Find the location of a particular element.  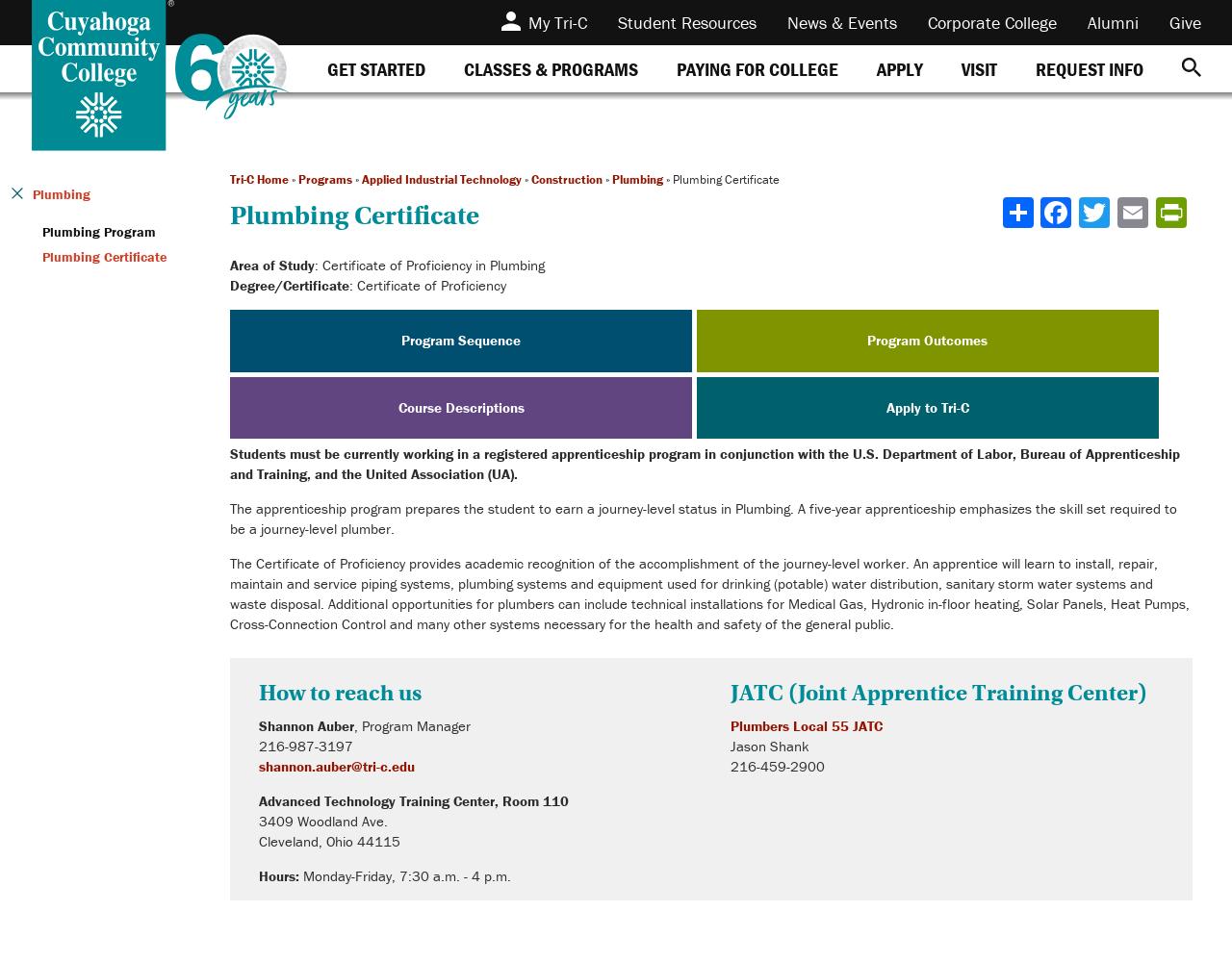

'Give' is located at coordinates (1184, 22).